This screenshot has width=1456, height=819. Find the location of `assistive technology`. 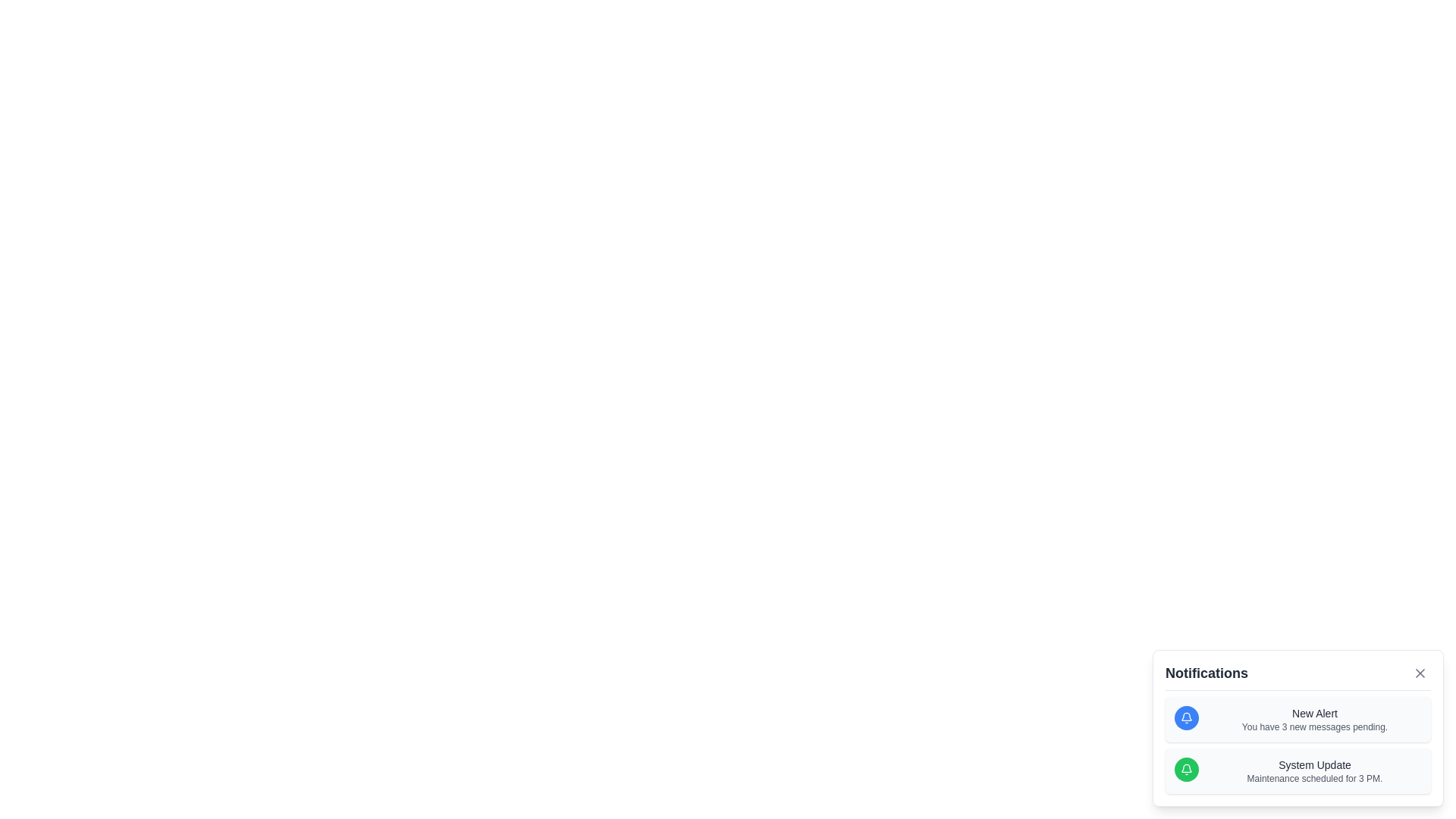

assistive technology is located at coordinates (1298, 745).